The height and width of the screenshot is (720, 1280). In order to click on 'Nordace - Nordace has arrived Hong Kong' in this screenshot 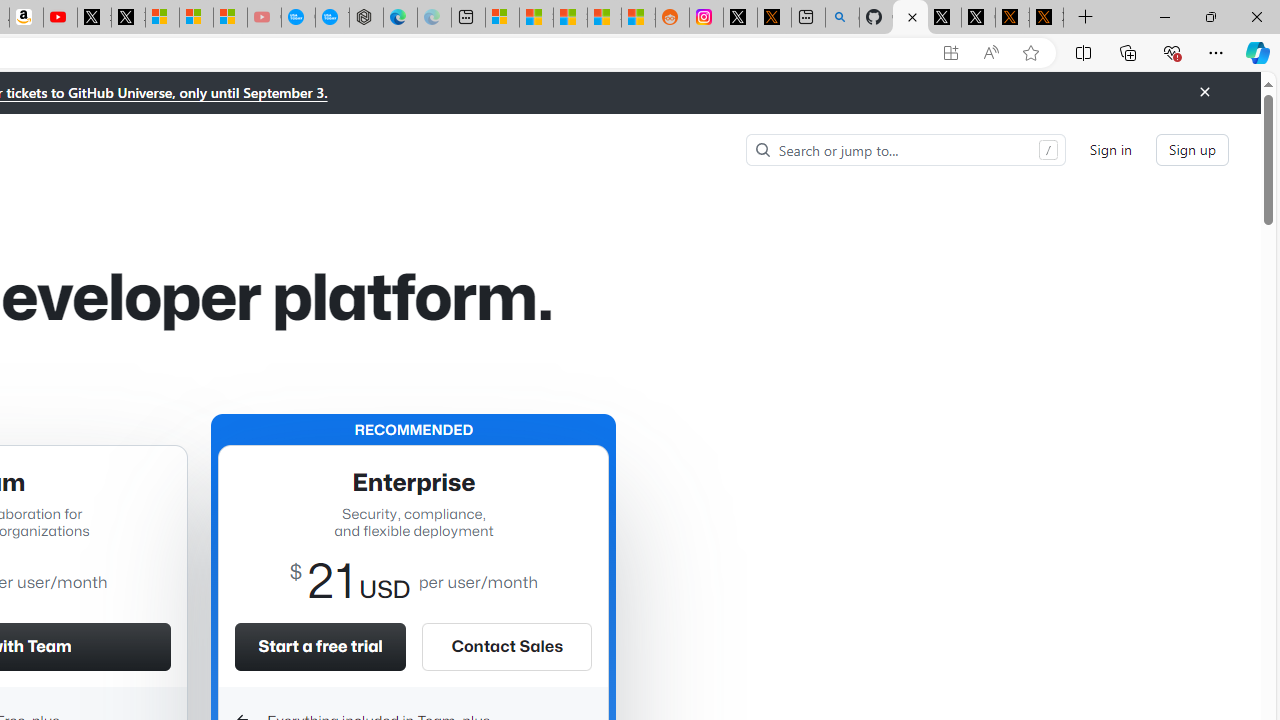, I will do `click(366, 17)`.